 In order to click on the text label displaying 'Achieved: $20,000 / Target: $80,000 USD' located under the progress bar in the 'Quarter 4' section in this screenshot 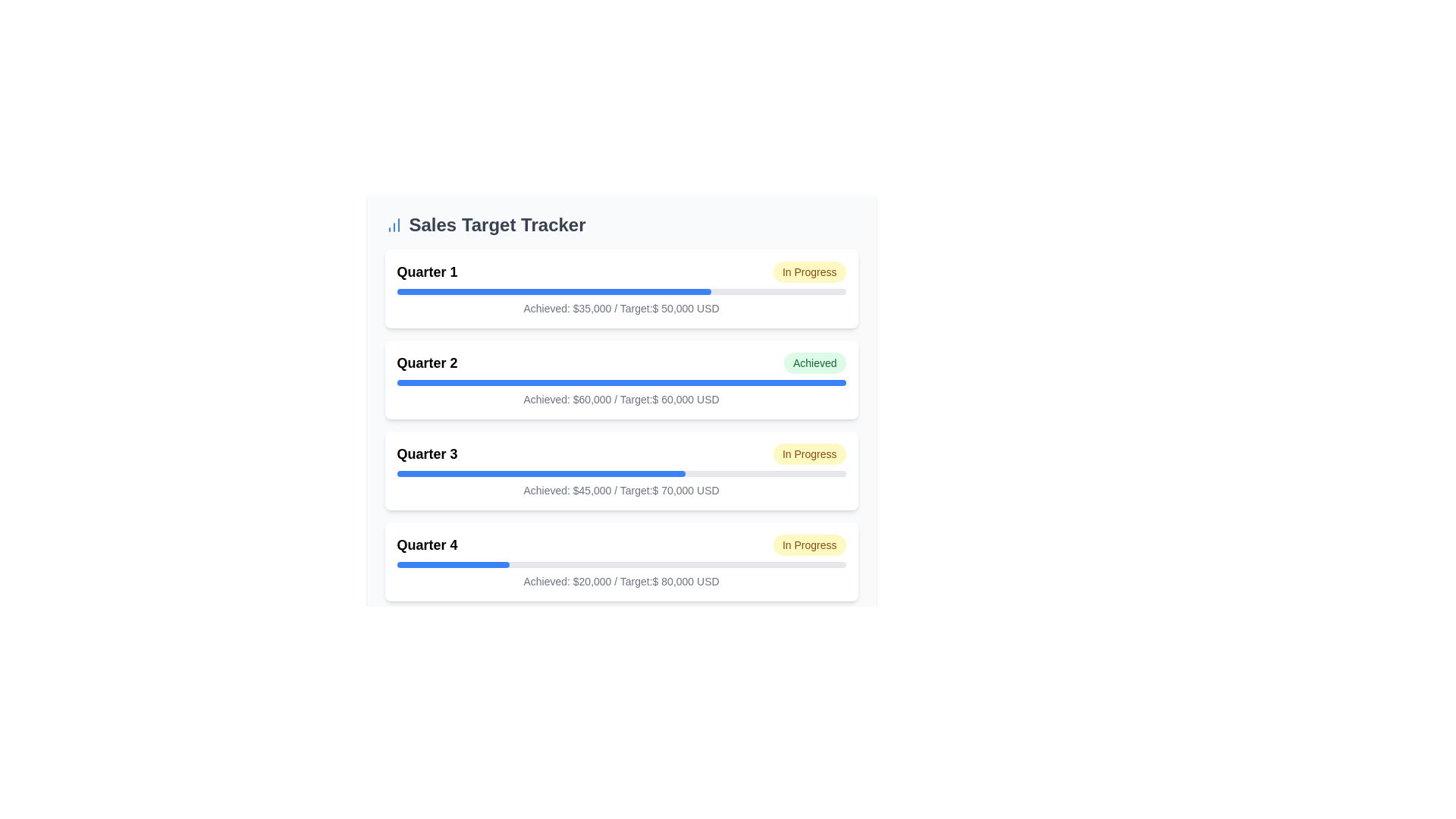, I will do `click(621, 581)`.